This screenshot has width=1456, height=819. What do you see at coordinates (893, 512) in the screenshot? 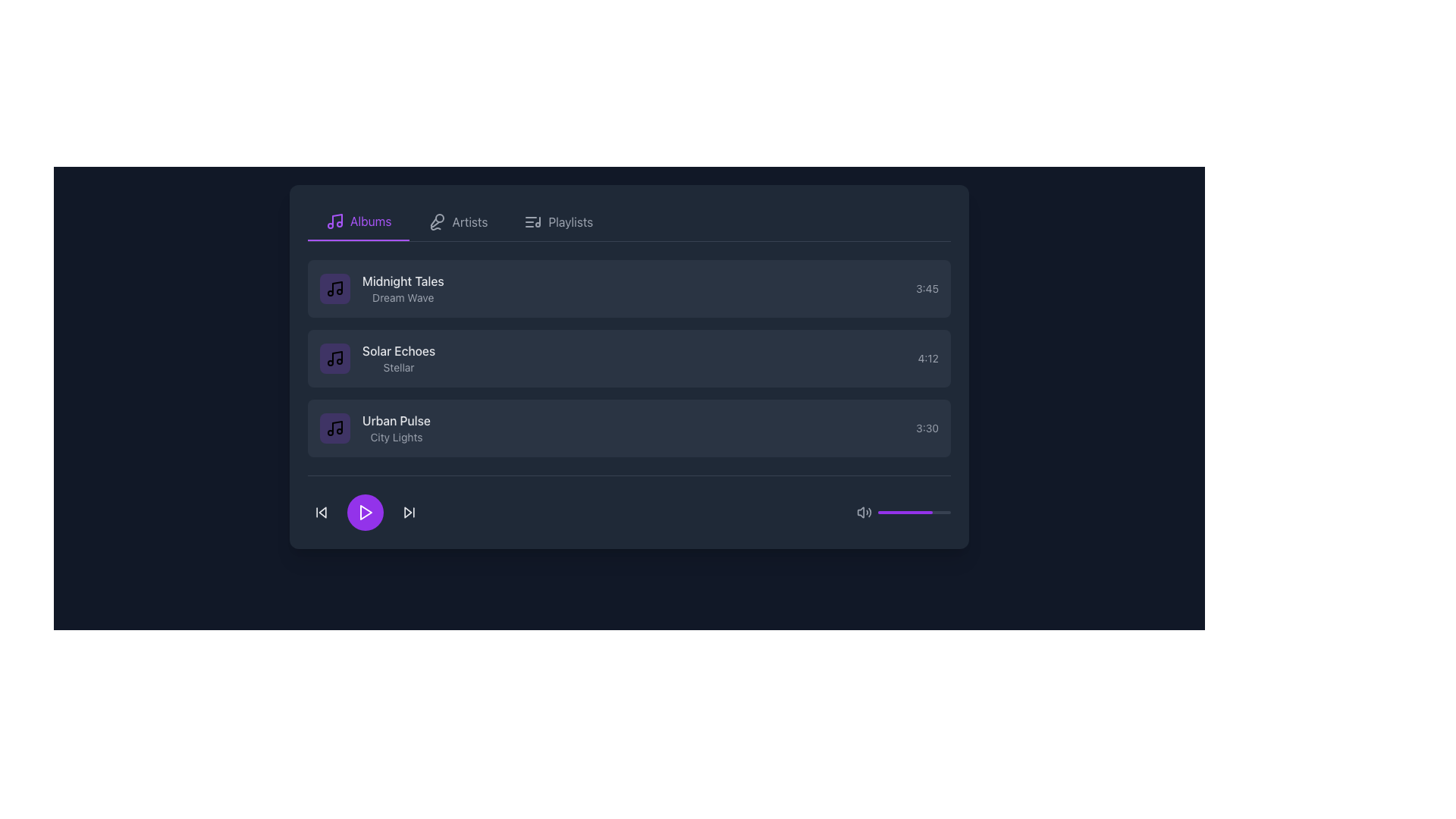
I see `the volume` at bounding box center [893, 512].